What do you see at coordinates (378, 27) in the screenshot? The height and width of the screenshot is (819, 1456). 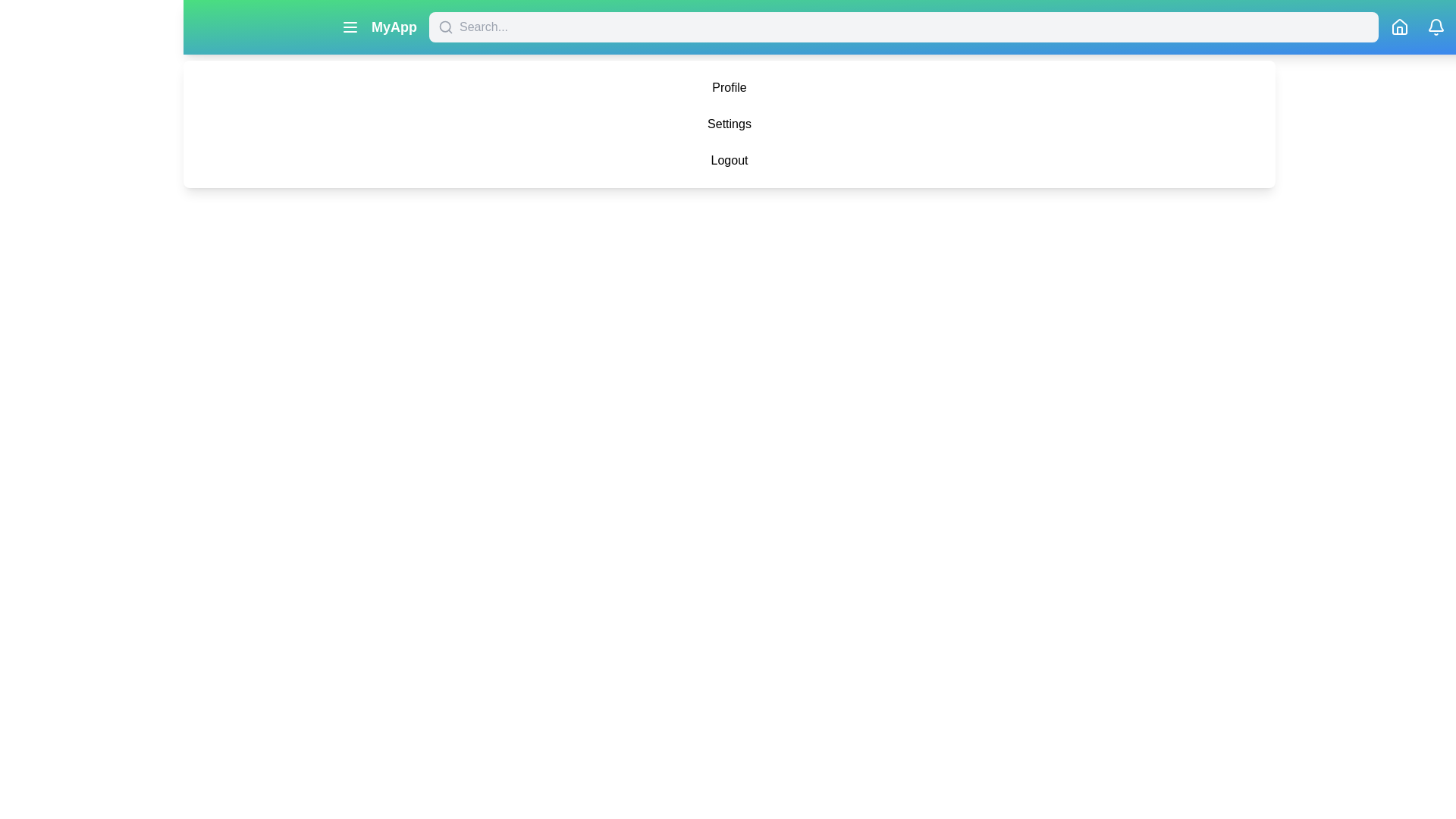 I see `text label displaying 'MyApp' which is styled in bold white font and positioned in the top navigation bar to the right of the menu icon` at bounding box center [378, 27].